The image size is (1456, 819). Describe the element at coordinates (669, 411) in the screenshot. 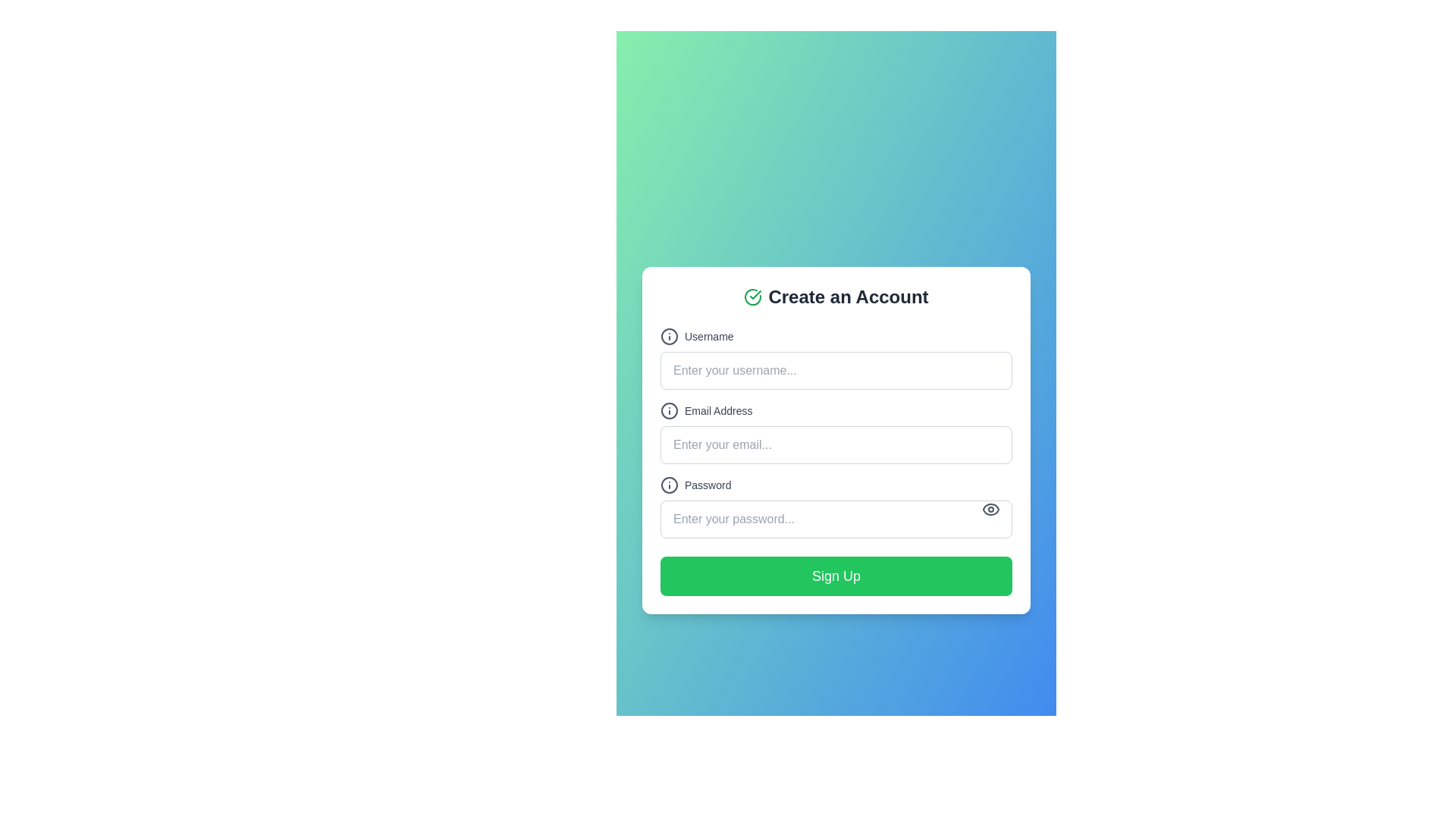

I see `the informational icon next to the 'Email Address' field in the account creation form` at that location.